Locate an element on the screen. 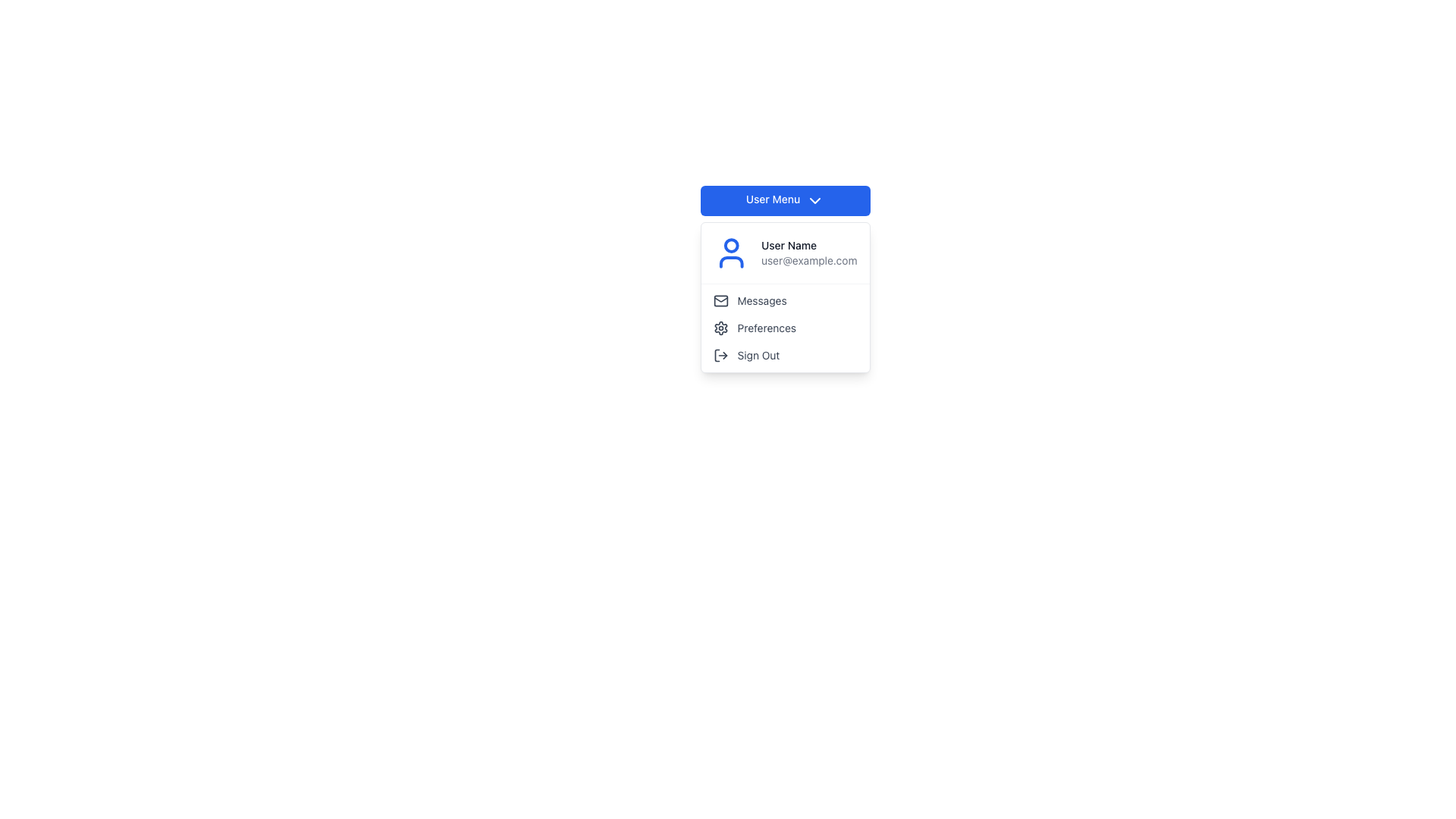 This screenshot has height=819, width=1456. the settings icon located in the 'User Menu' dropdown under 'Preferences' is located at coordinates (720, 327).